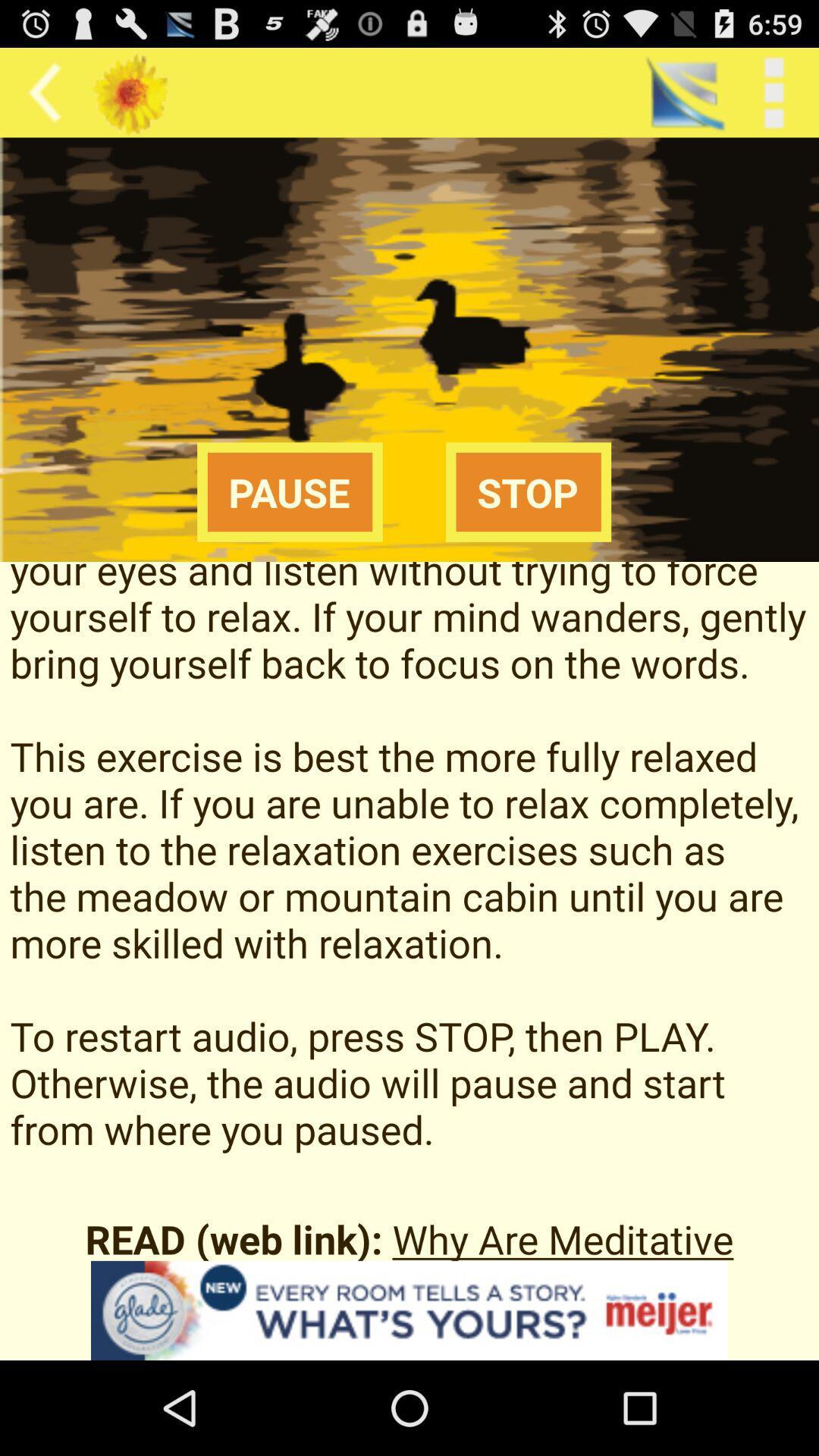  What do you see at coordinates (409, 1310) in the screenshot?
I see `advertisement page` at bounding box center [409, 1310].